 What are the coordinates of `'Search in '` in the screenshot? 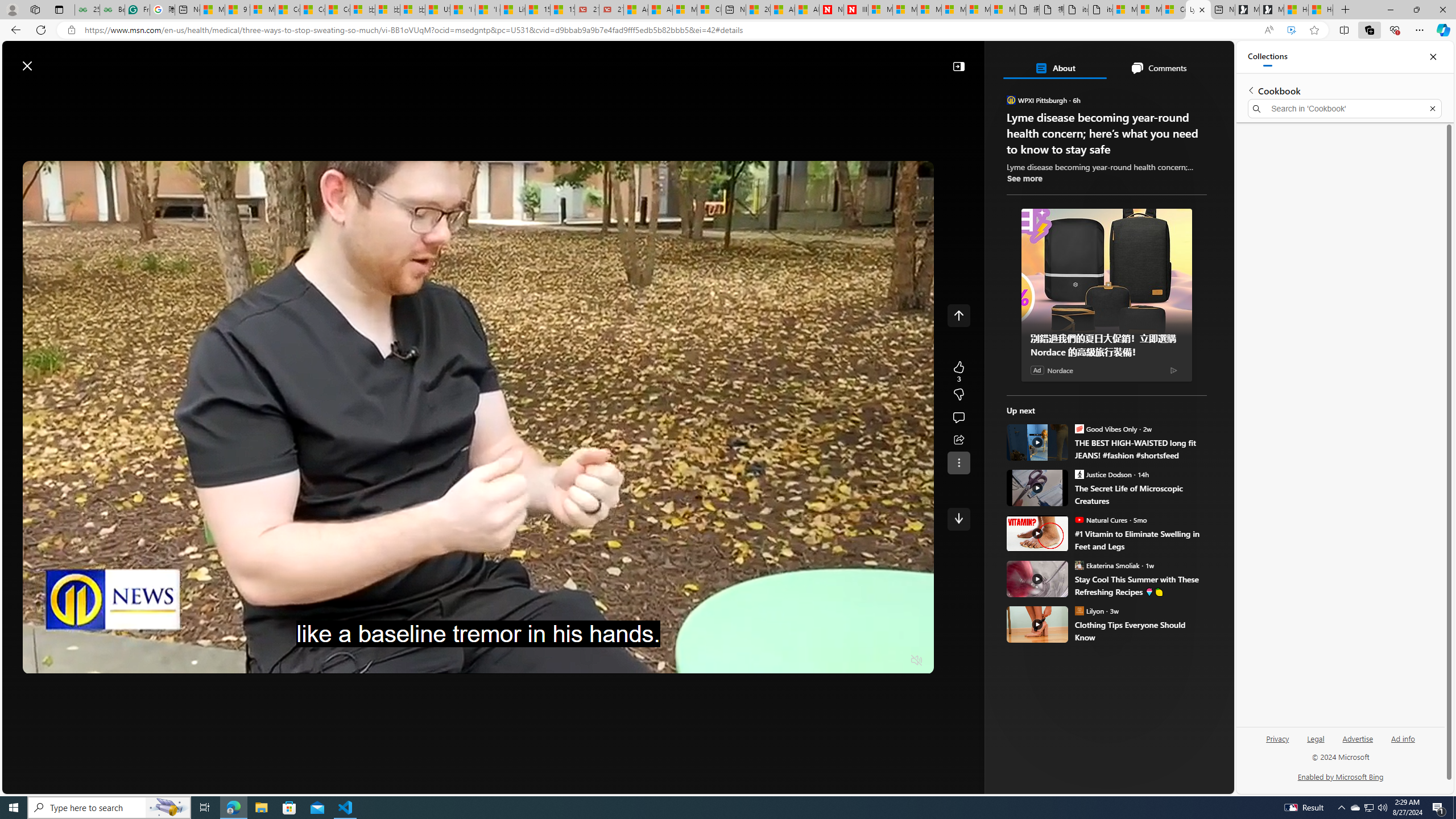 It's located at (1345, 109).